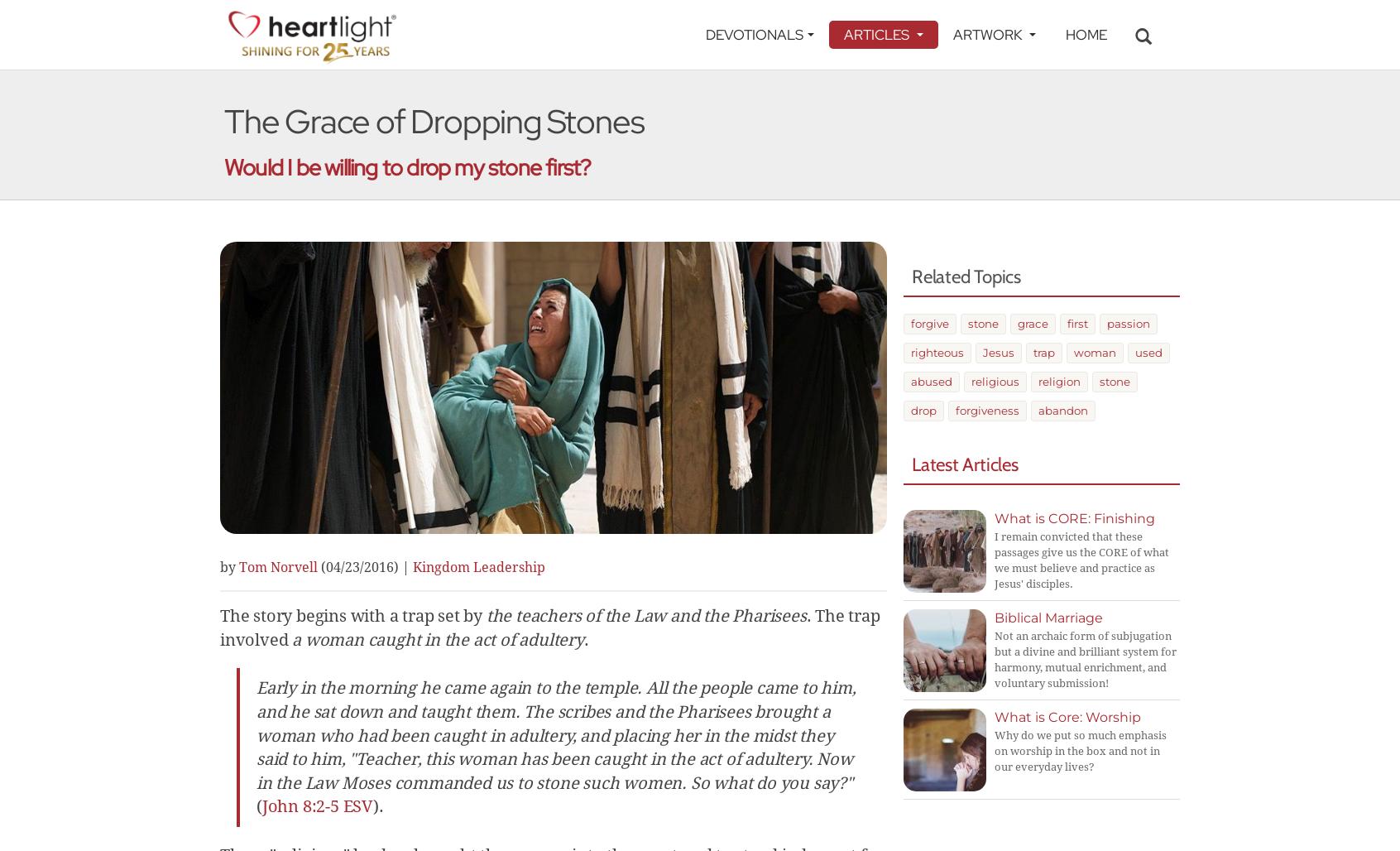 The image size is (1400, 851). I want to click on 'passion', so click(1128, 323).